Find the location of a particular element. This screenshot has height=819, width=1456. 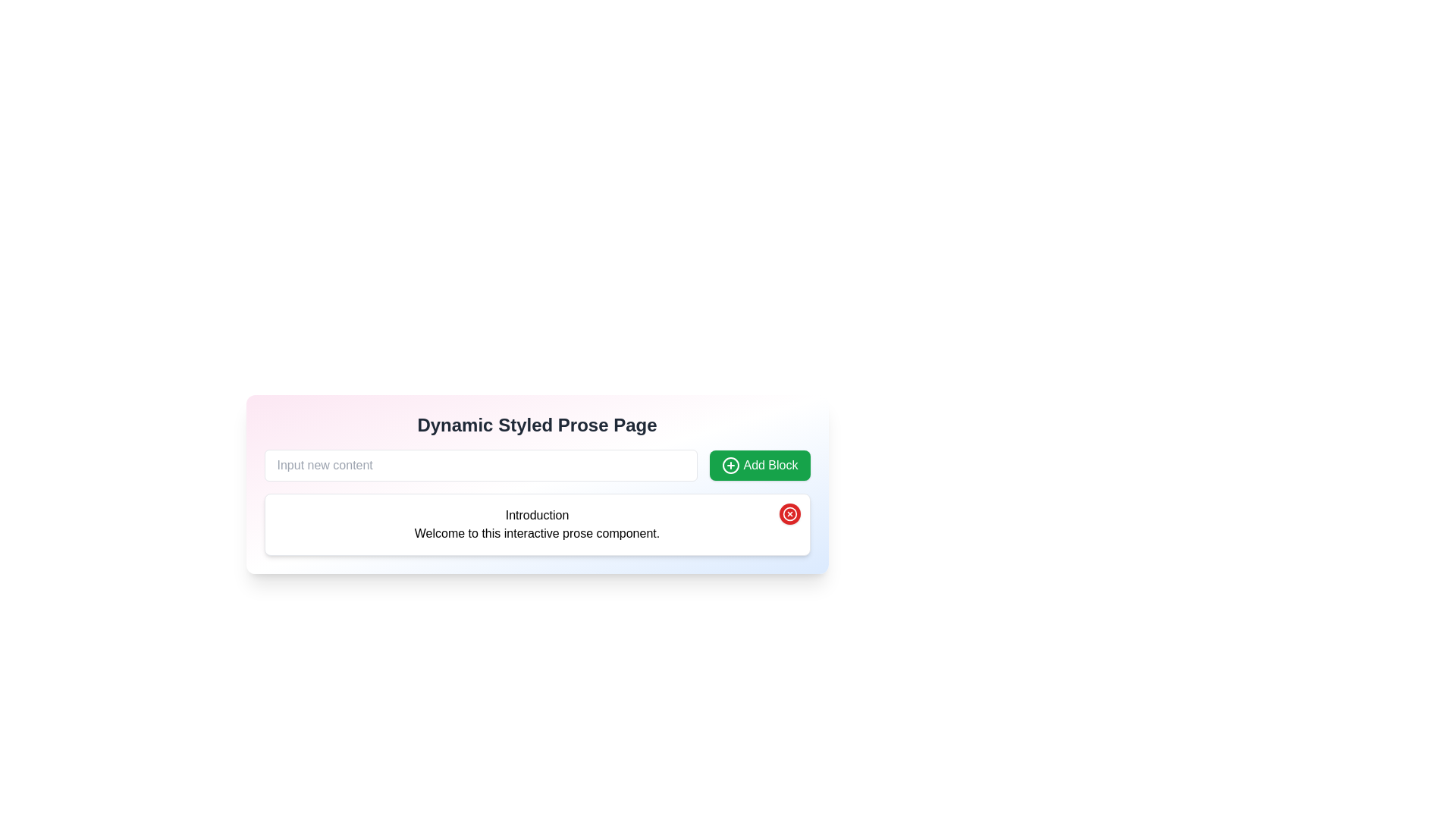

the static text element displaying 'Dynamic Styled Prose Page', which is prominently styled as a headline at the top of its section is located at coordinates (537, 425).